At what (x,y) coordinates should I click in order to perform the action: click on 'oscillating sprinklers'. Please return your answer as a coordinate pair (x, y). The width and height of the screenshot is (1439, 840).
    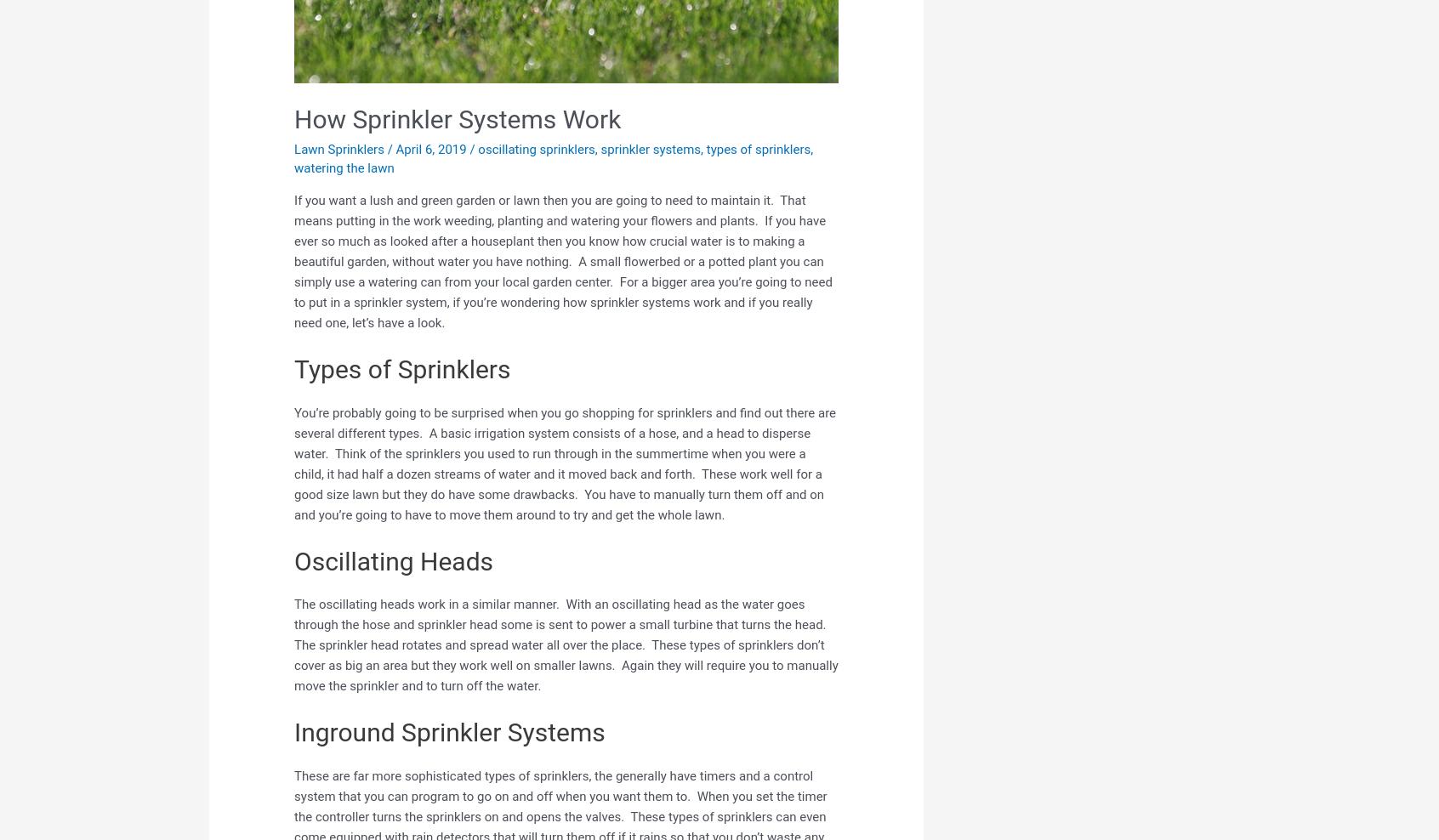
    Looking at the image, I should click on (535, 147).